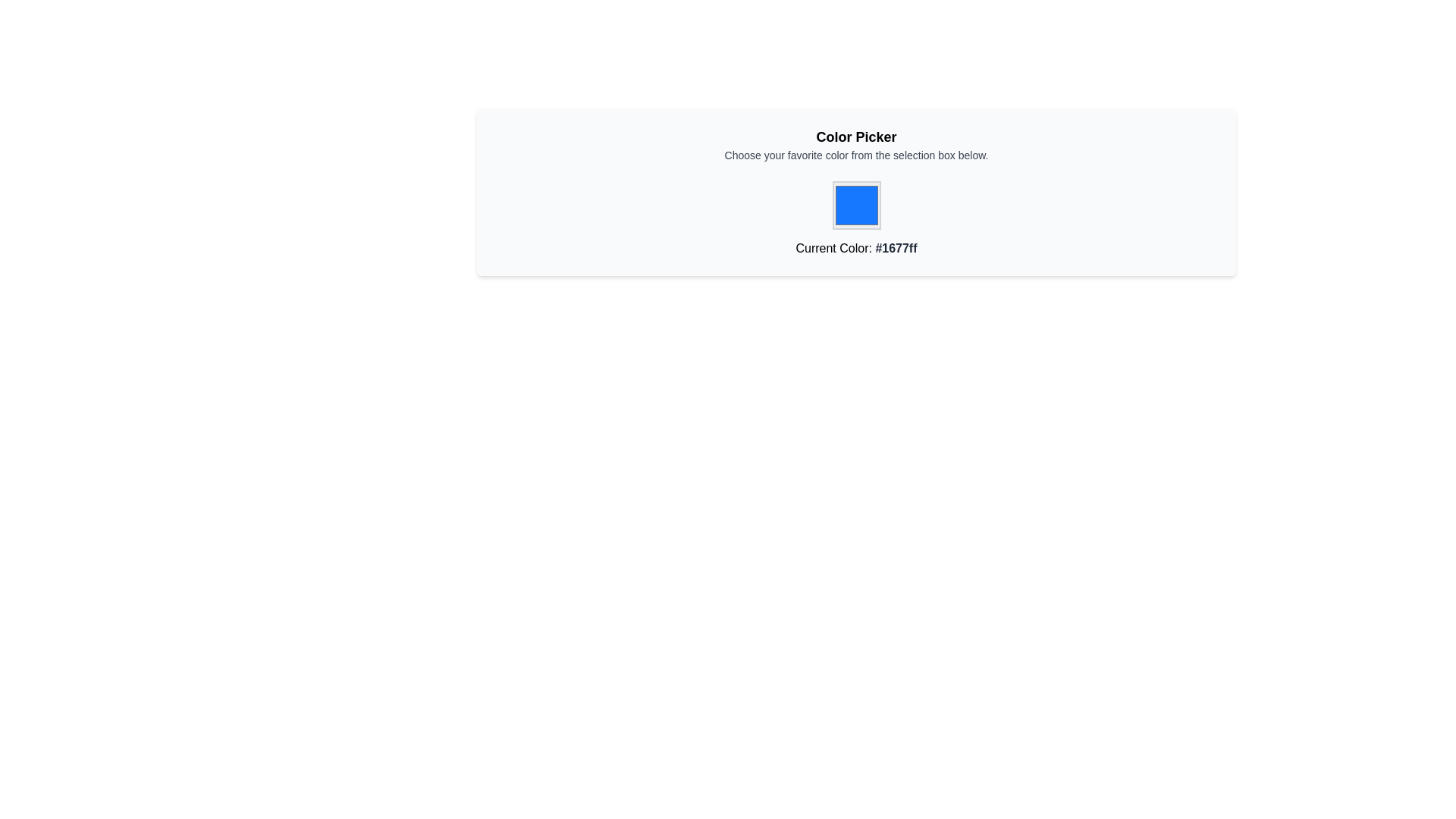 The width and height of the screenshot is (1456, 819). Describe the element at coordinates (896, 247) in the screenshot. I see `the static text displaying the hexadecimal color code located to the right of the label 'Current Color:' in the central content area of the interface` at that location.